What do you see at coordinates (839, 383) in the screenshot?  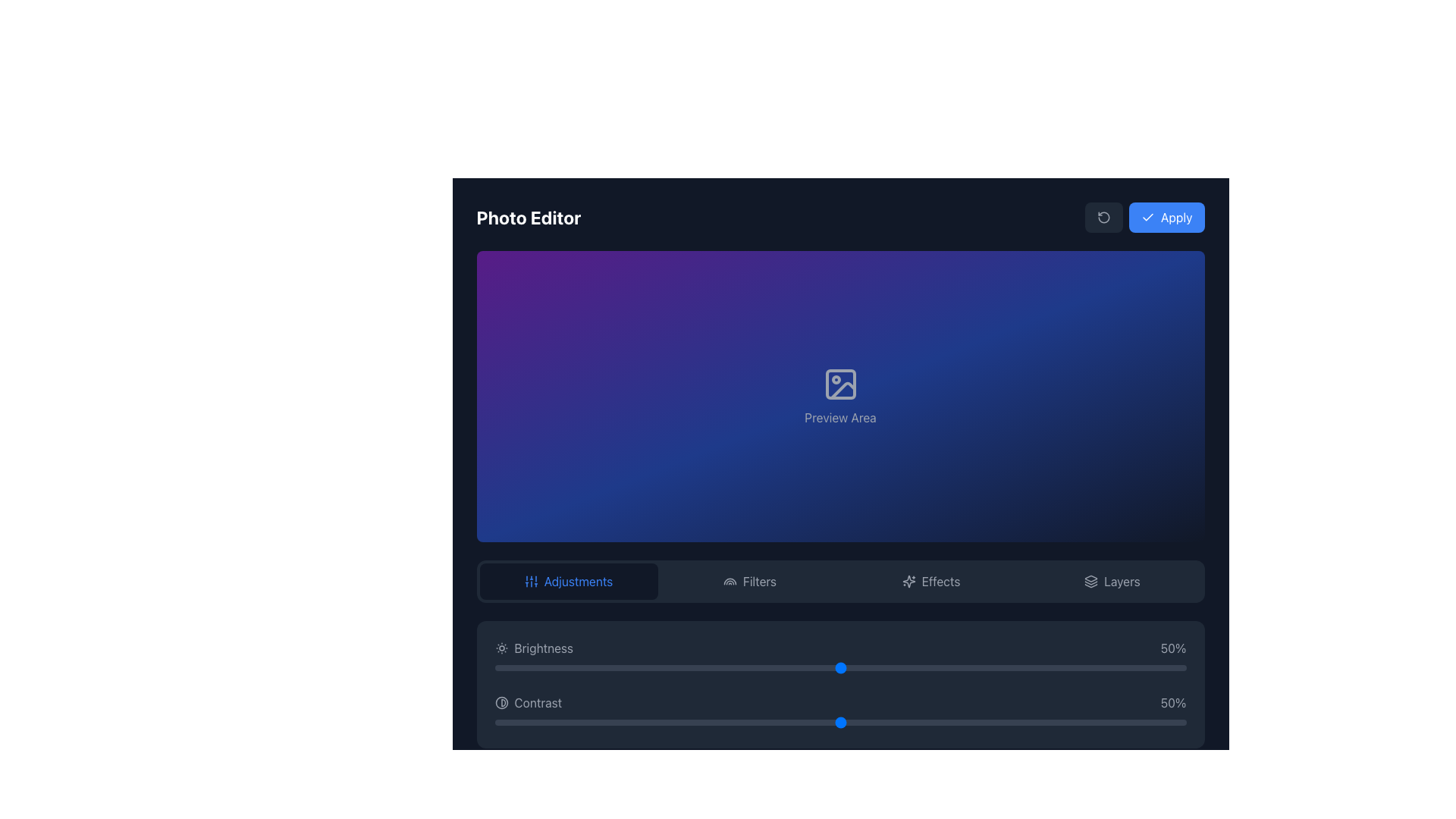 I see `the preview functionality icon located in the 'Preview Area' section, centered above the text 'Preview Area'` at bounding box center [839, 383].